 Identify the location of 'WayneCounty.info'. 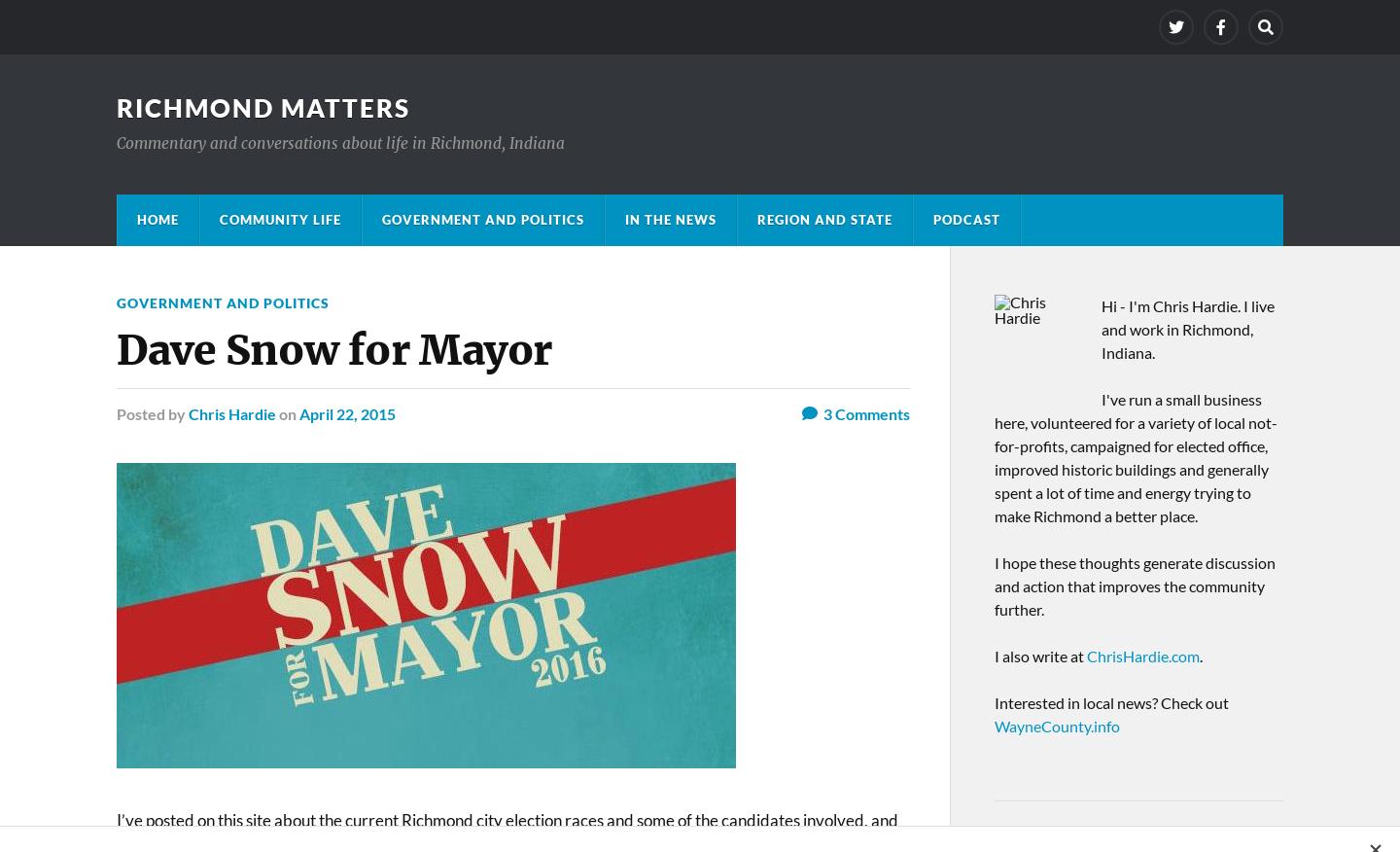
(1056, 725).